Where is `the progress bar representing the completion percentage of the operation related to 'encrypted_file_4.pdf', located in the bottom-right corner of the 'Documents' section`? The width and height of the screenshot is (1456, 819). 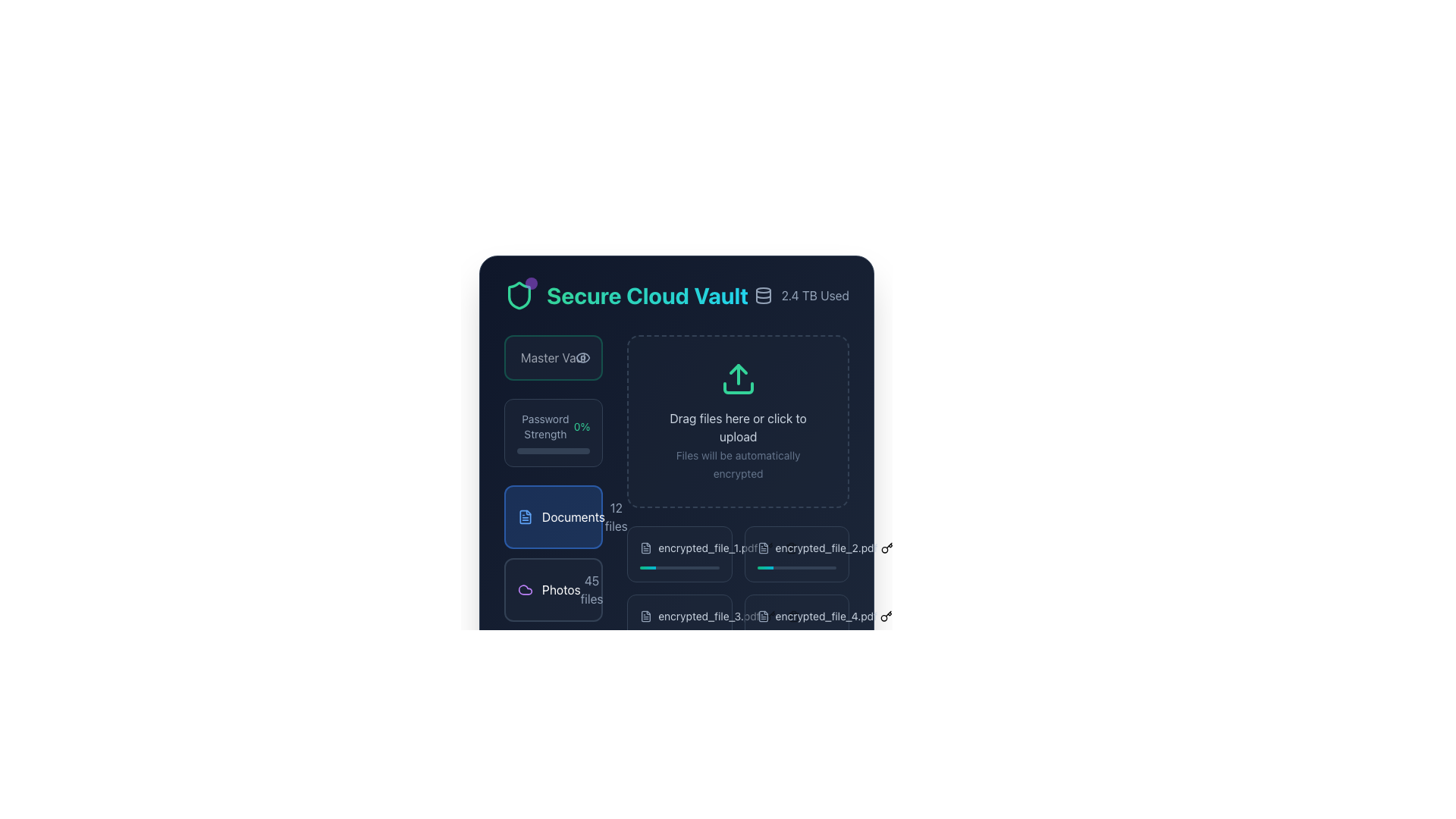
the progress bar representing the completion percentage of the operation related to 'encrypted_file_4.pdf', located in the bottom-right corner of the 'Documents' section is located at coordinates (795, 636).